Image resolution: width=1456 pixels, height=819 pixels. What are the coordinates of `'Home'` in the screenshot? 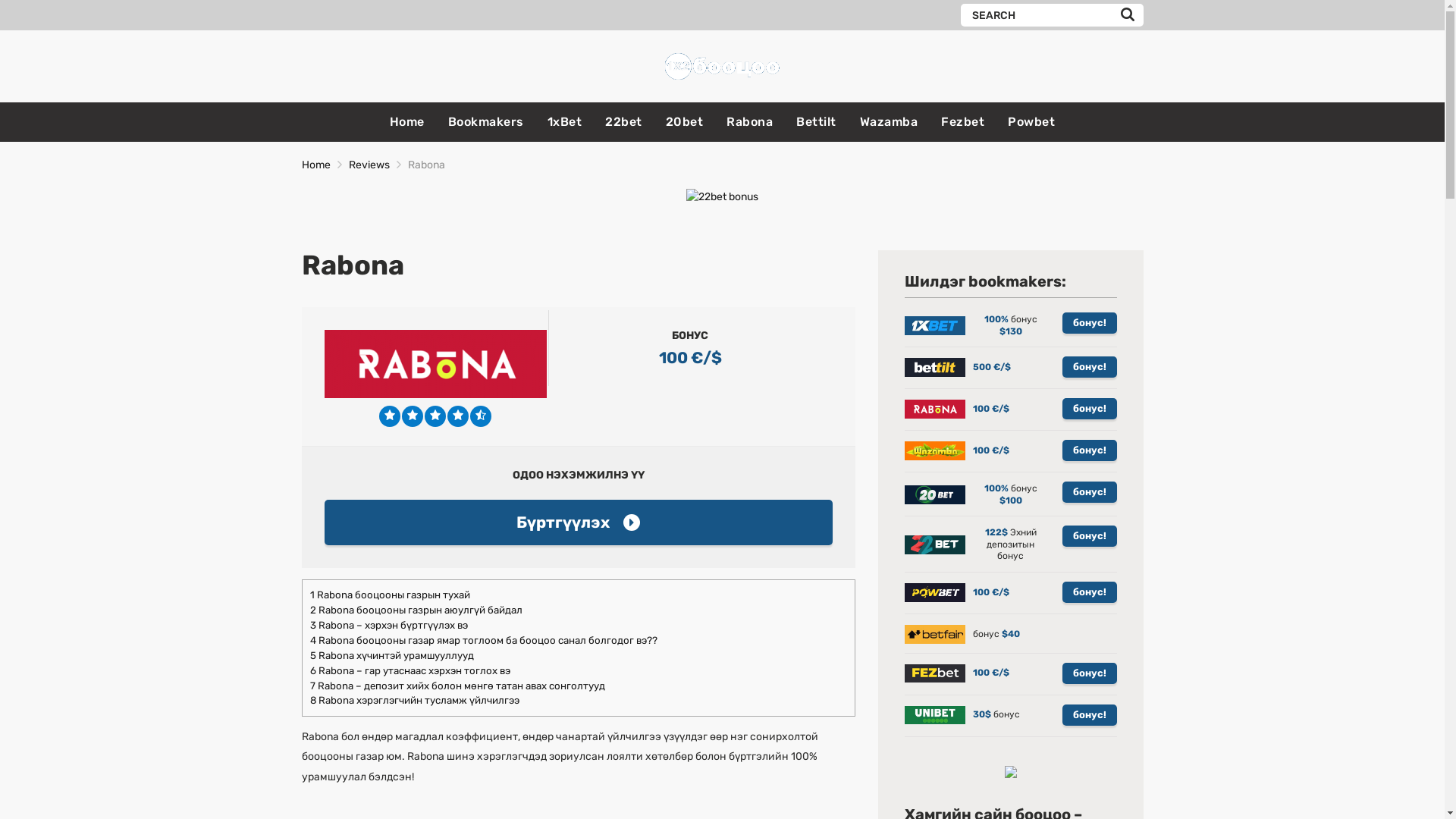 It's located at (407, 121).